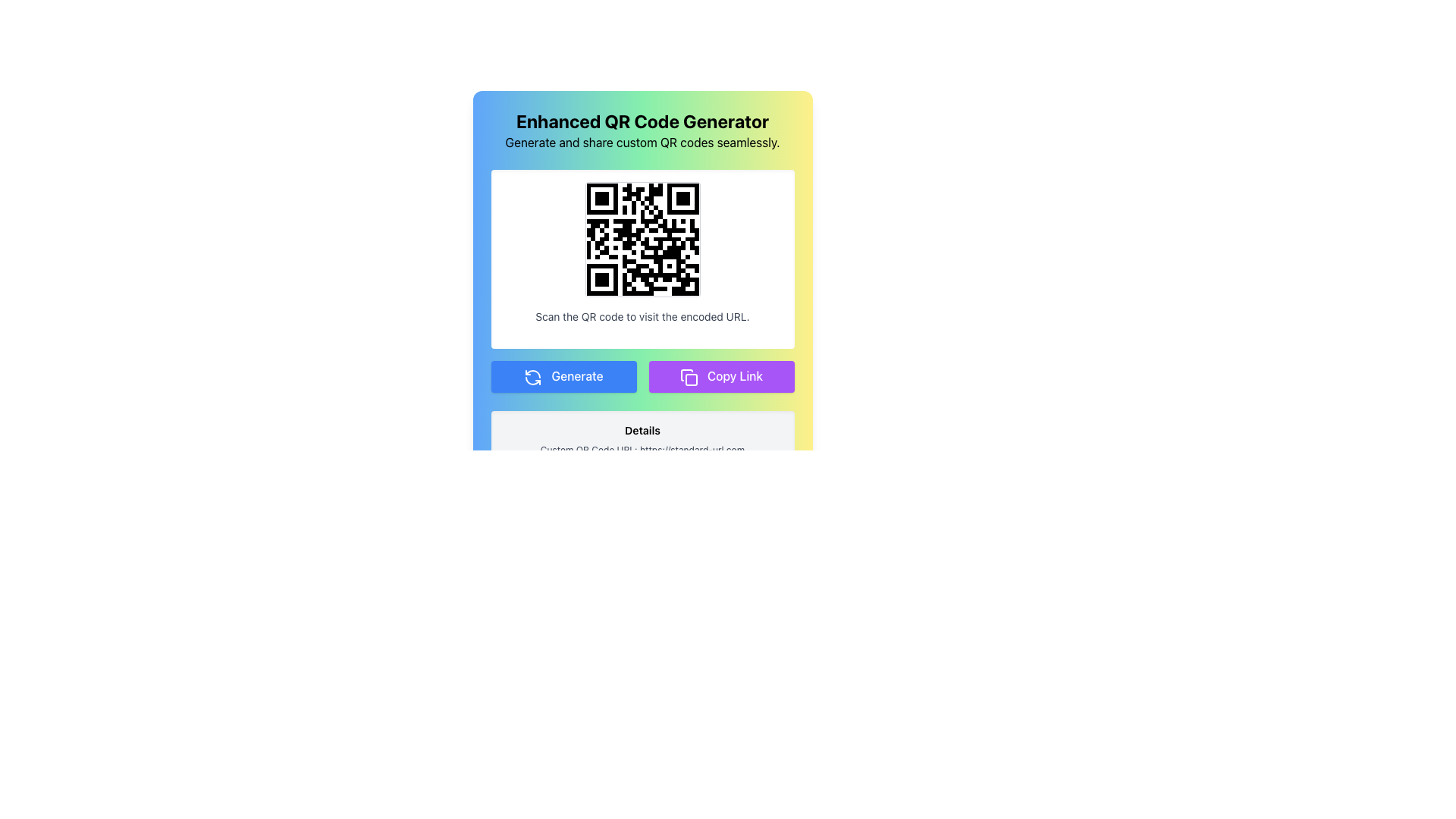 This screenshot has height=819, width=1456. Describe the element at coordinates (642, 315) in the screenshot. I see `instructional text label located beneath the QR code image, which informs users to scan the QR code above to access an encoded URL` at that location.